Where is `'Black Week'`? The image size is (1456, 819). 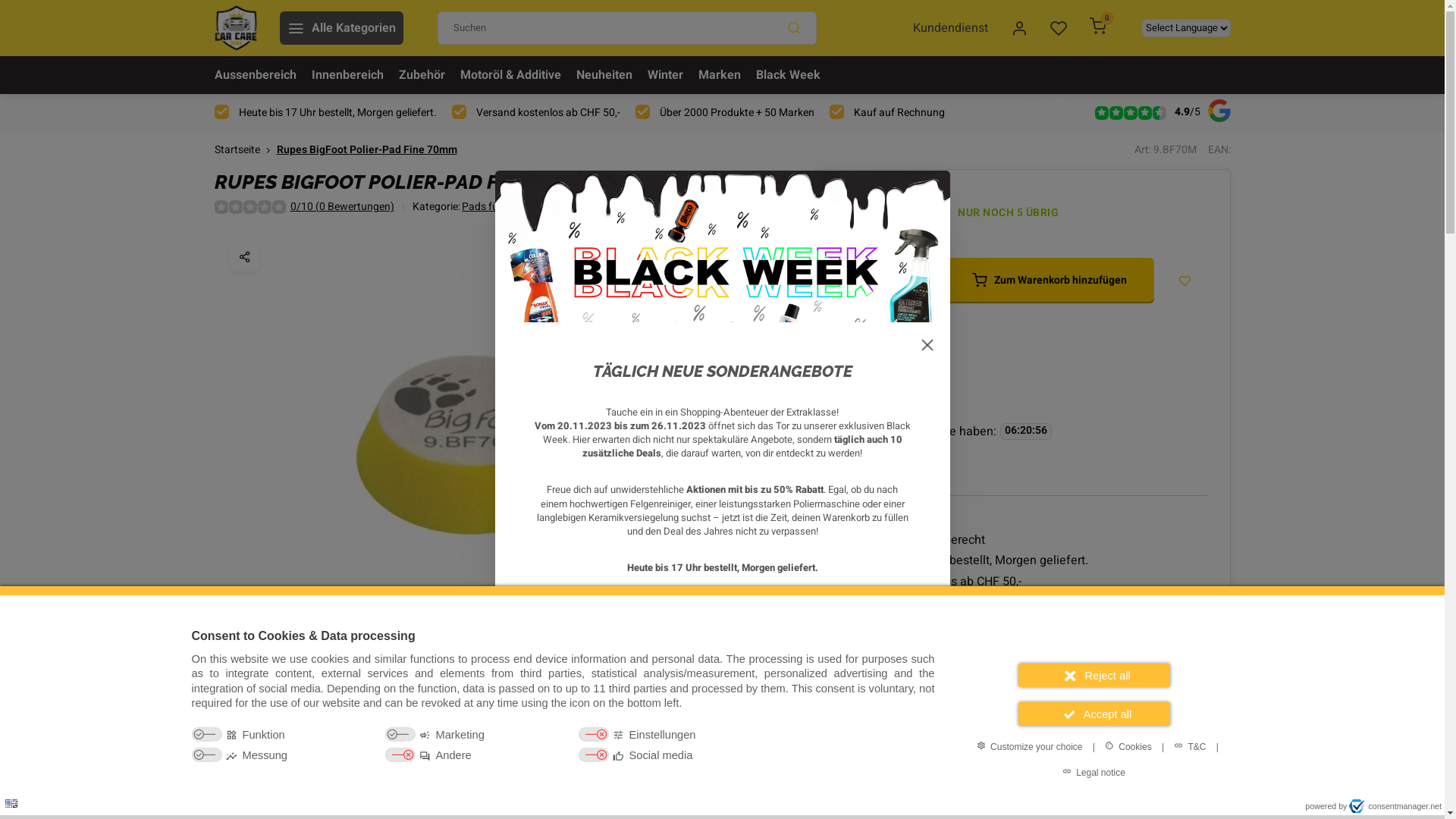 'Black Week' is located at coordinates (787, 75).